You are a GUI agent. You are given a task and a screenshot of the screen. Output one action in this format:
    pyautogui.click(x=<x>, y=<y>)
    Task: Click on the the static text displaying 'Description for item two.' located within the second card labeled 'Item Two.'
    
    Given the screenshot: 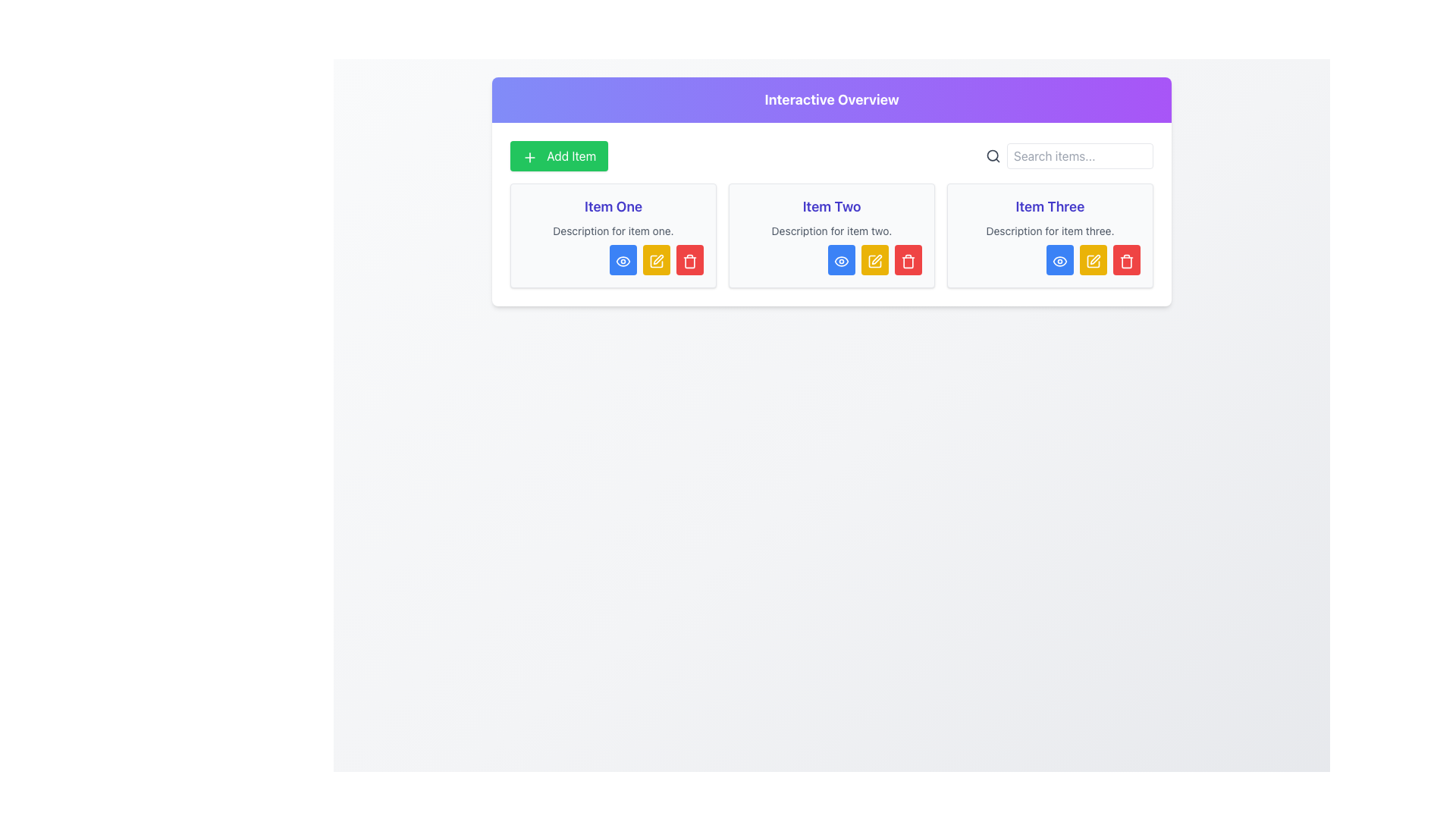 What is the action you would take?
    pyautogui.click(x=831, y=231)
    